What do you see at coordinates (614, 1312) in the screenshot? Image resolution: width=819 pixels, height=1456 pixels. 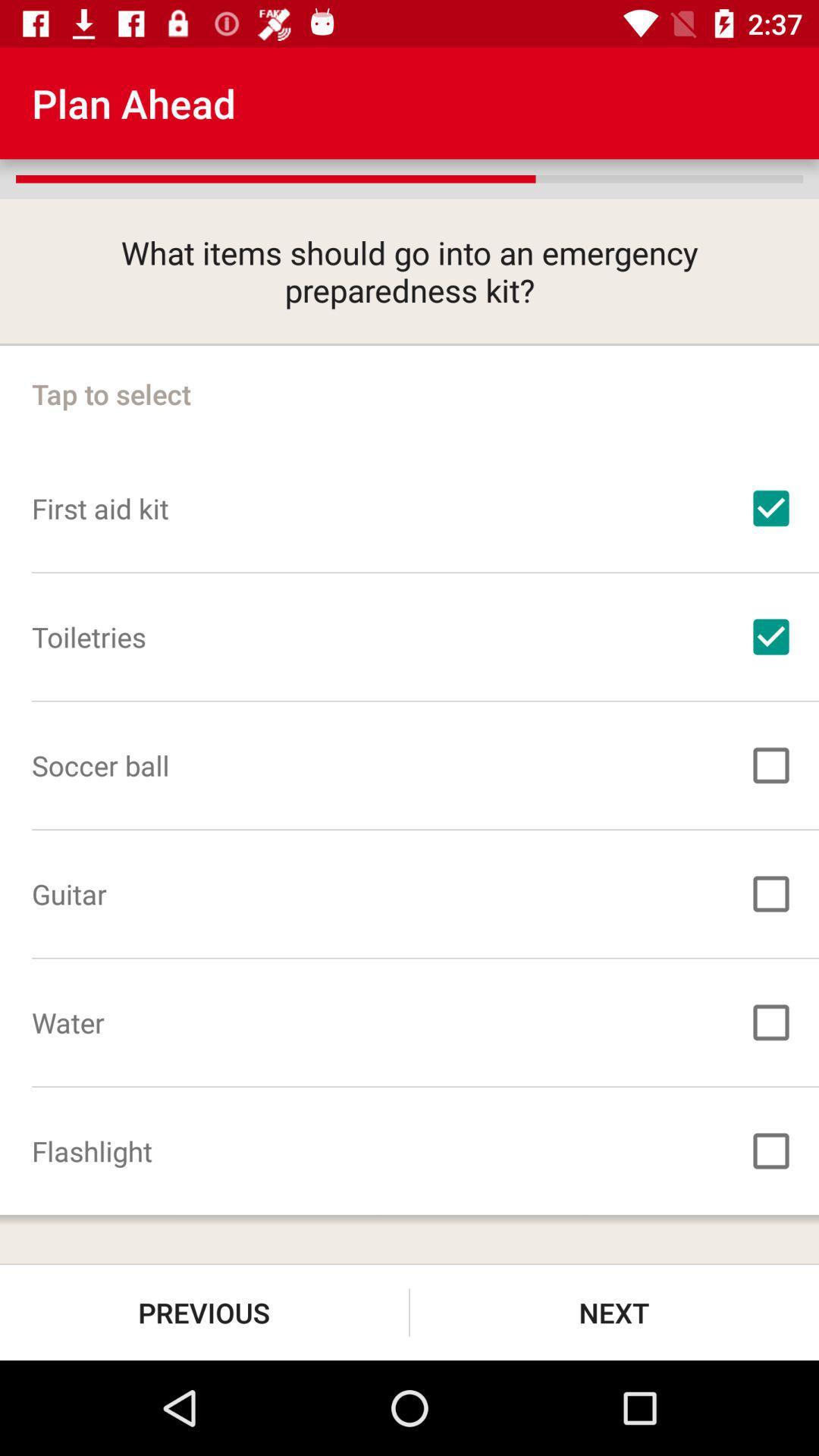 I see `the next icon` at bounding box center [614, 1312].